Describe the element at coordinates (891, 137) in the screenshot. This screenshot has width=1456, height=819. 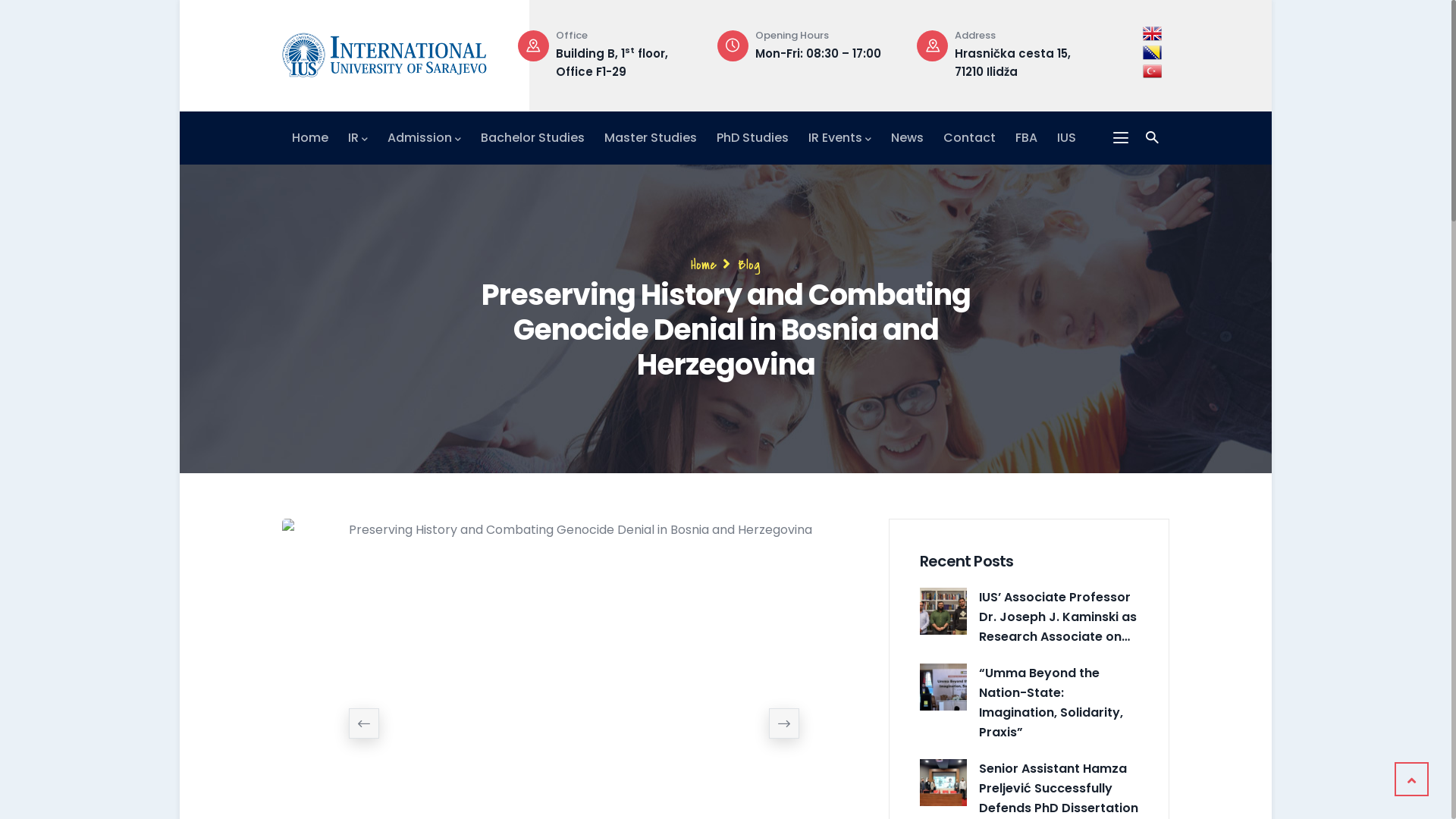
I see `'News'` at that location.